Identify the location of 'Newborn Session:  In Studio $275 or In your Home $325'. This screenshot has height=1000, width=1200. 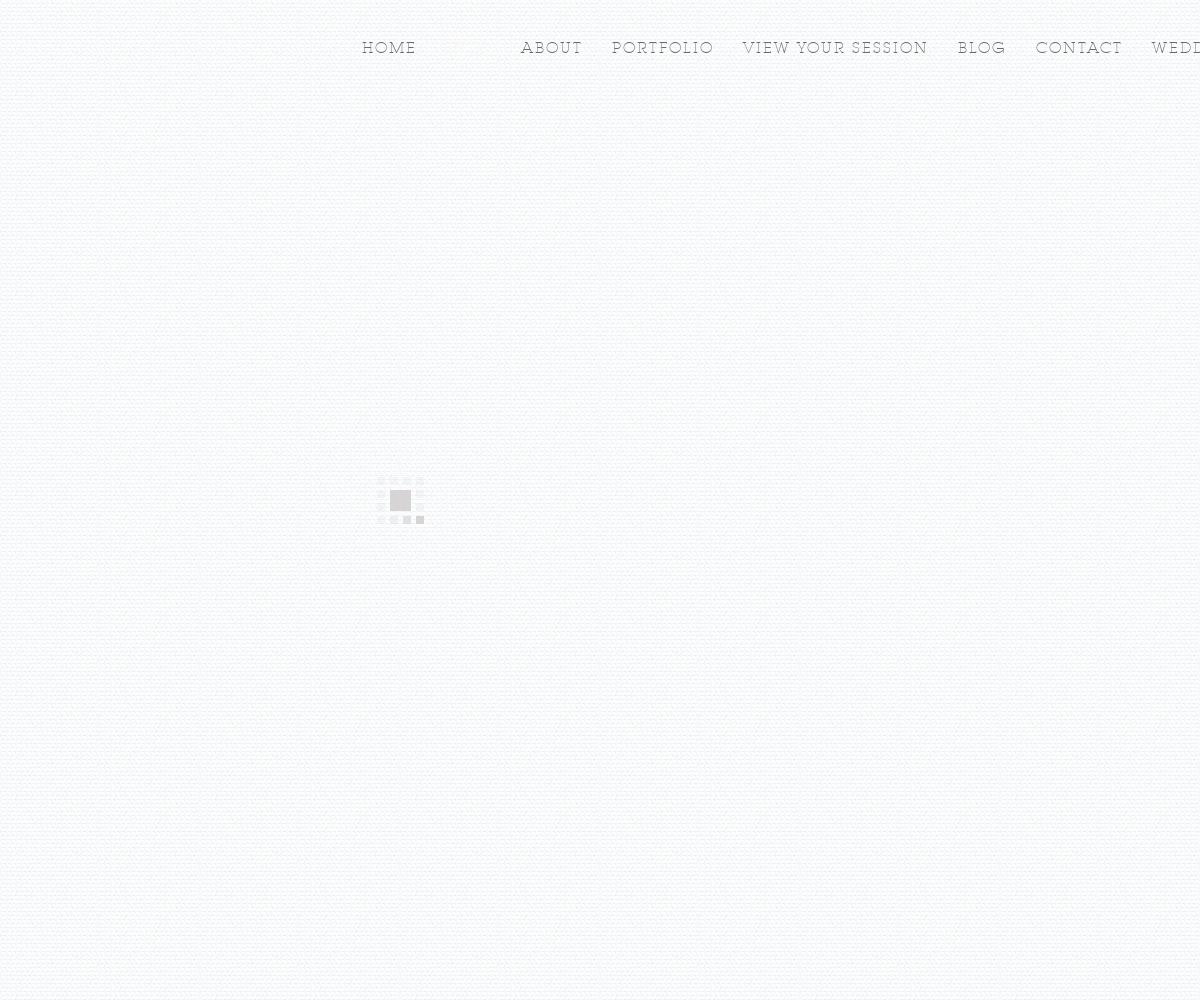
(593, 793).